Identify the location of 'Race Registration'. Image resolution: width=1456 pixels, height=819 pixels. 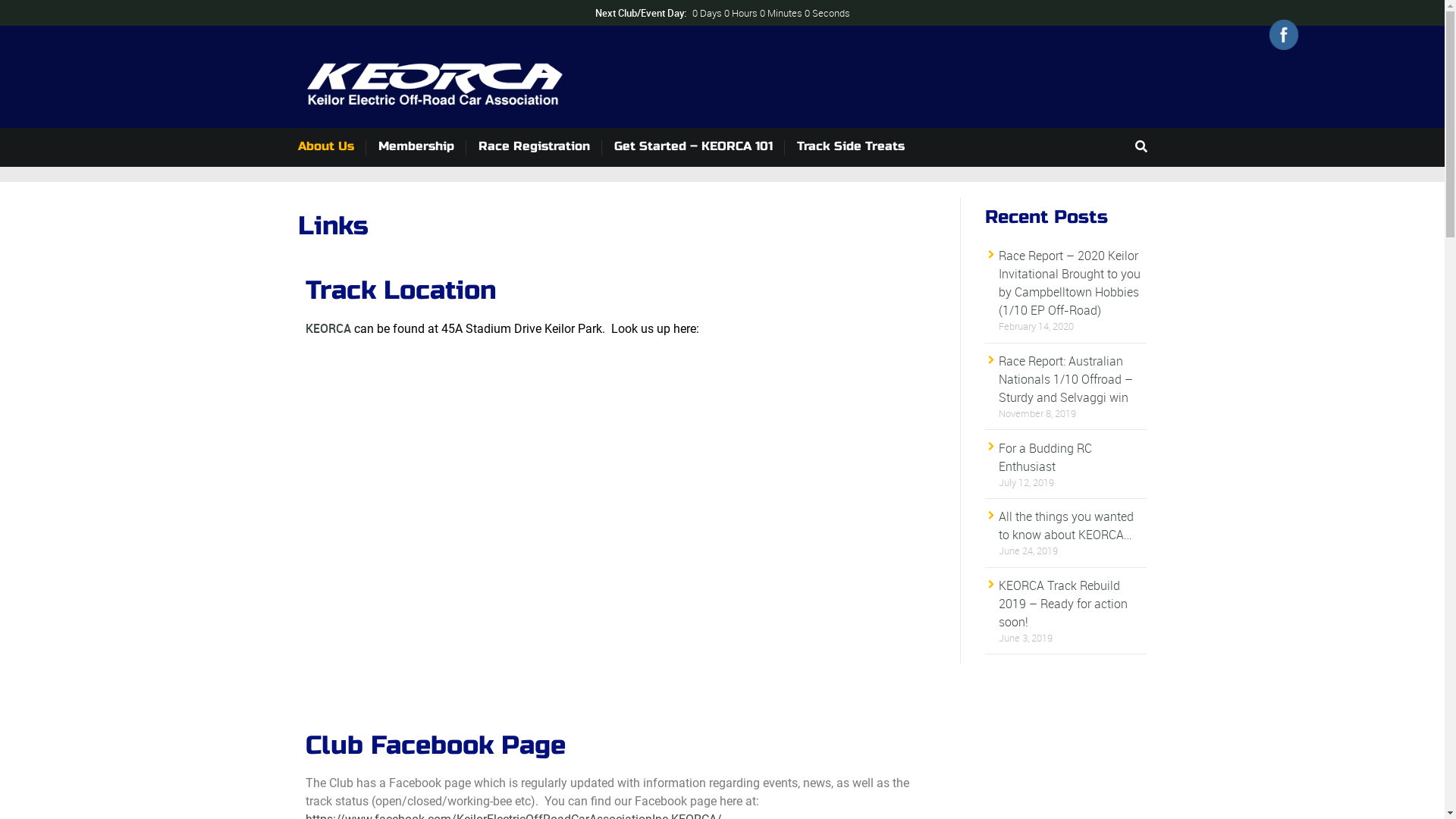
(476, 147).